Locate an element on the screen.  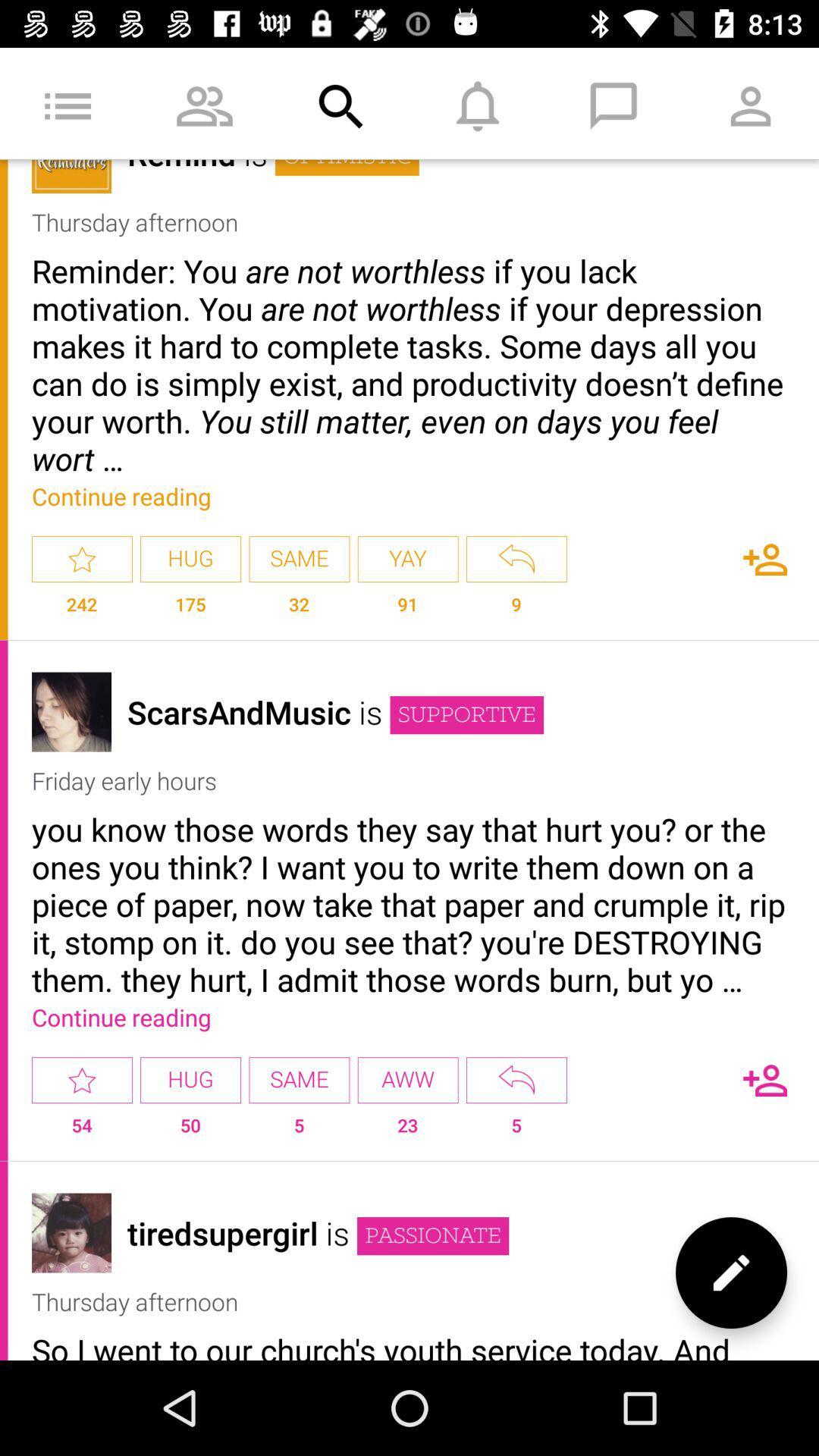
icon below continue reading item is located at coordinates (407, 1079).